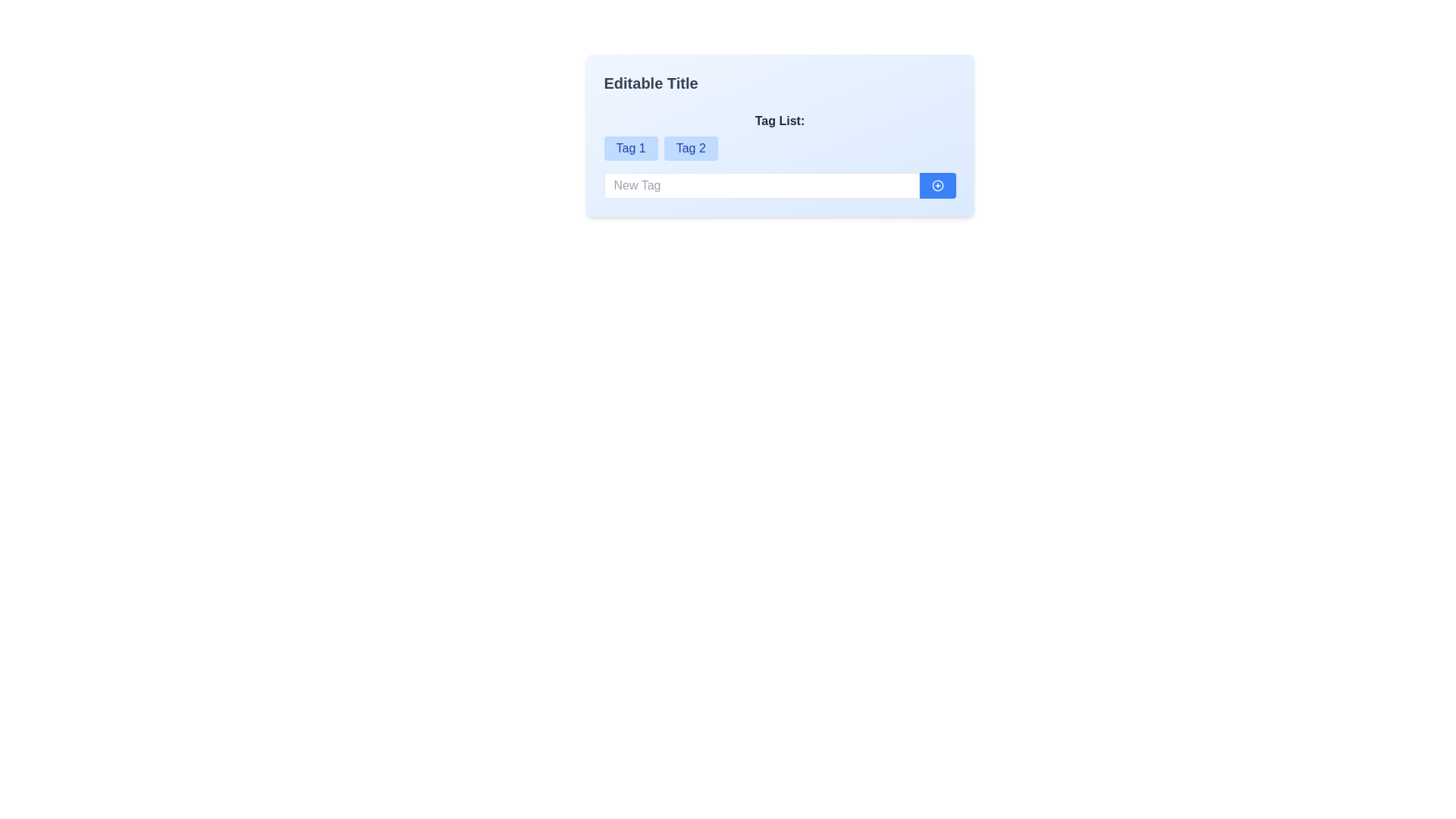 This screenshot has width=1456, height=819. Describe the element at coordinates (937, 185) in the screenshot. I see `the visual state of the circular icon at the right end of the 'New Tag' input bar, which indicates addition or selection functionality` at that location.